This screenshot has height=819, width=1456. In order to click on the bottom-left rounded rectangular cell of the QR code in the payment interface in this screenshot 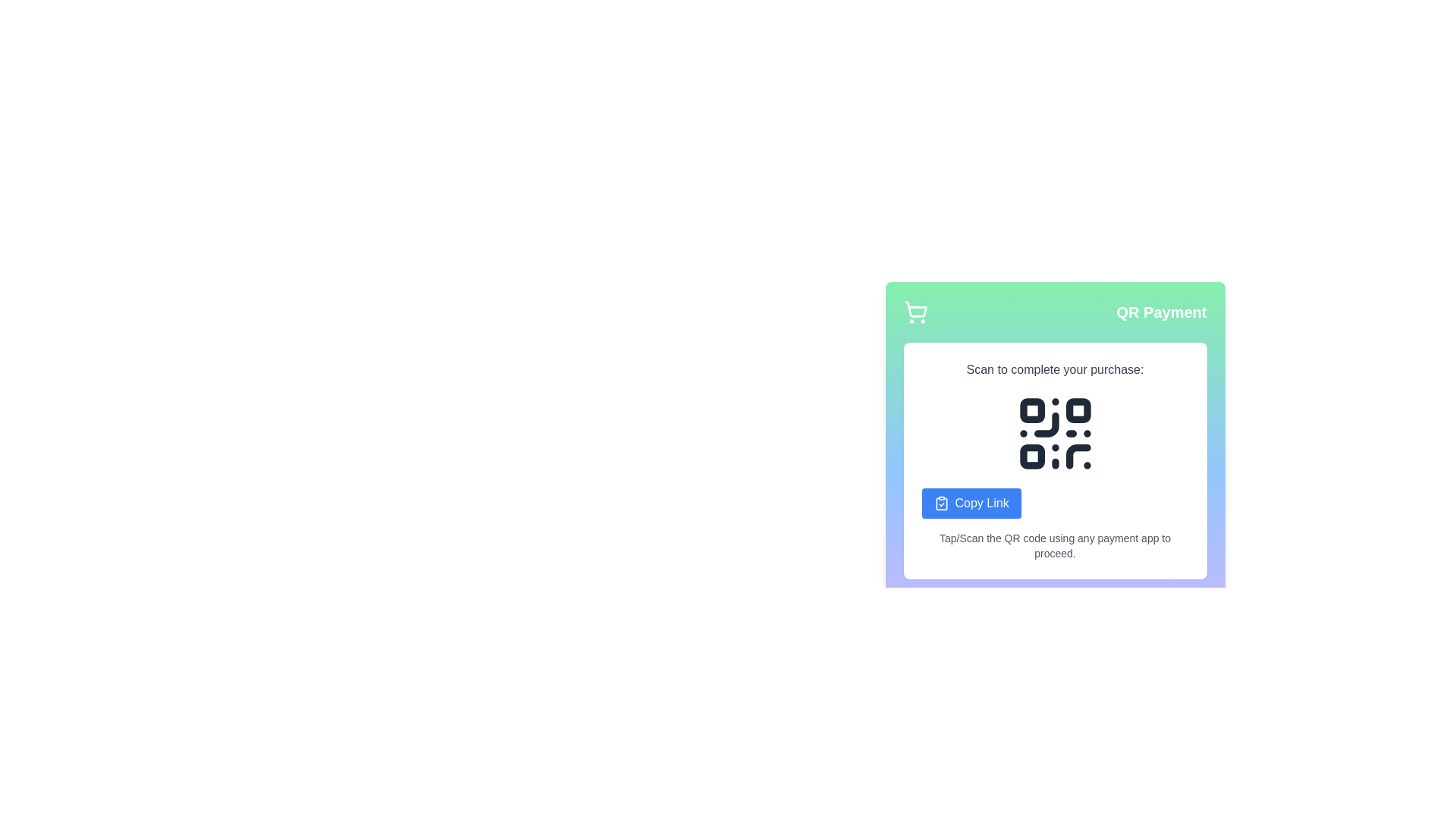, I will do `click(1031, 456)`.